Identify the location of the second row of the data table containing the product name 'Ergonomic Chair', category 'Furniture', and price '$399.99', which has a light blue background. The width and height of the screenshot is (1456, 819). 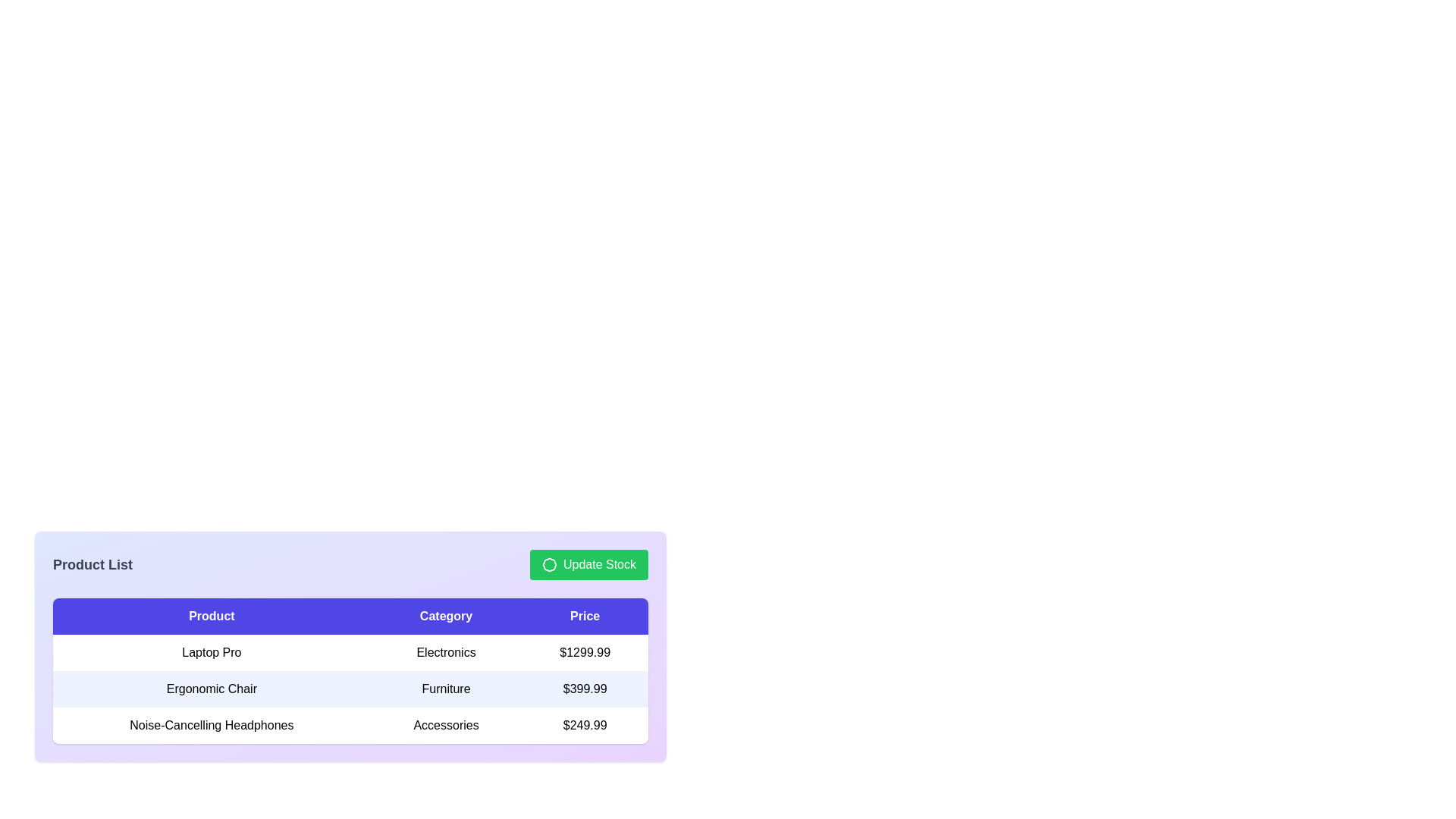
(350, 689).